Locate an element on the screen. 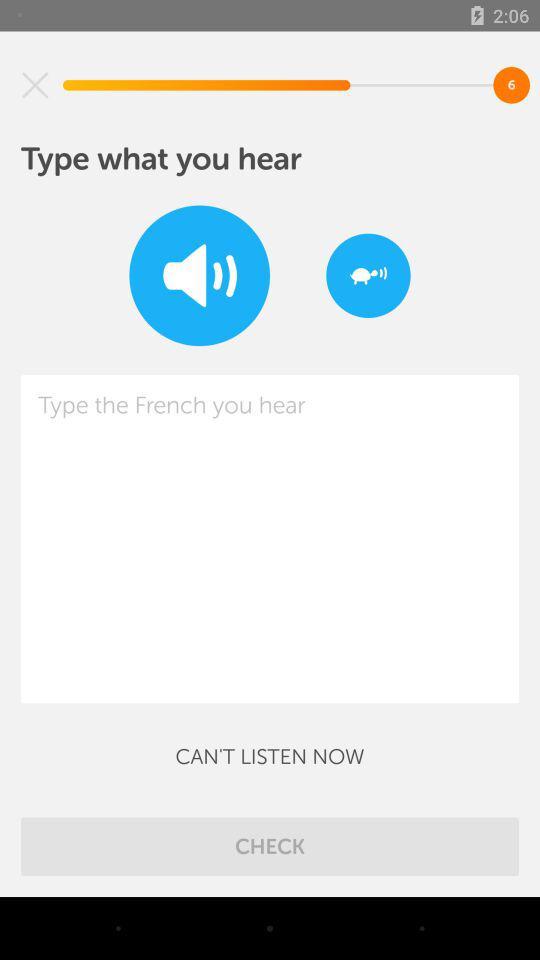 This screenshot has width=540, height=960. the item at the top right corner is located at coordinates (367, 274).